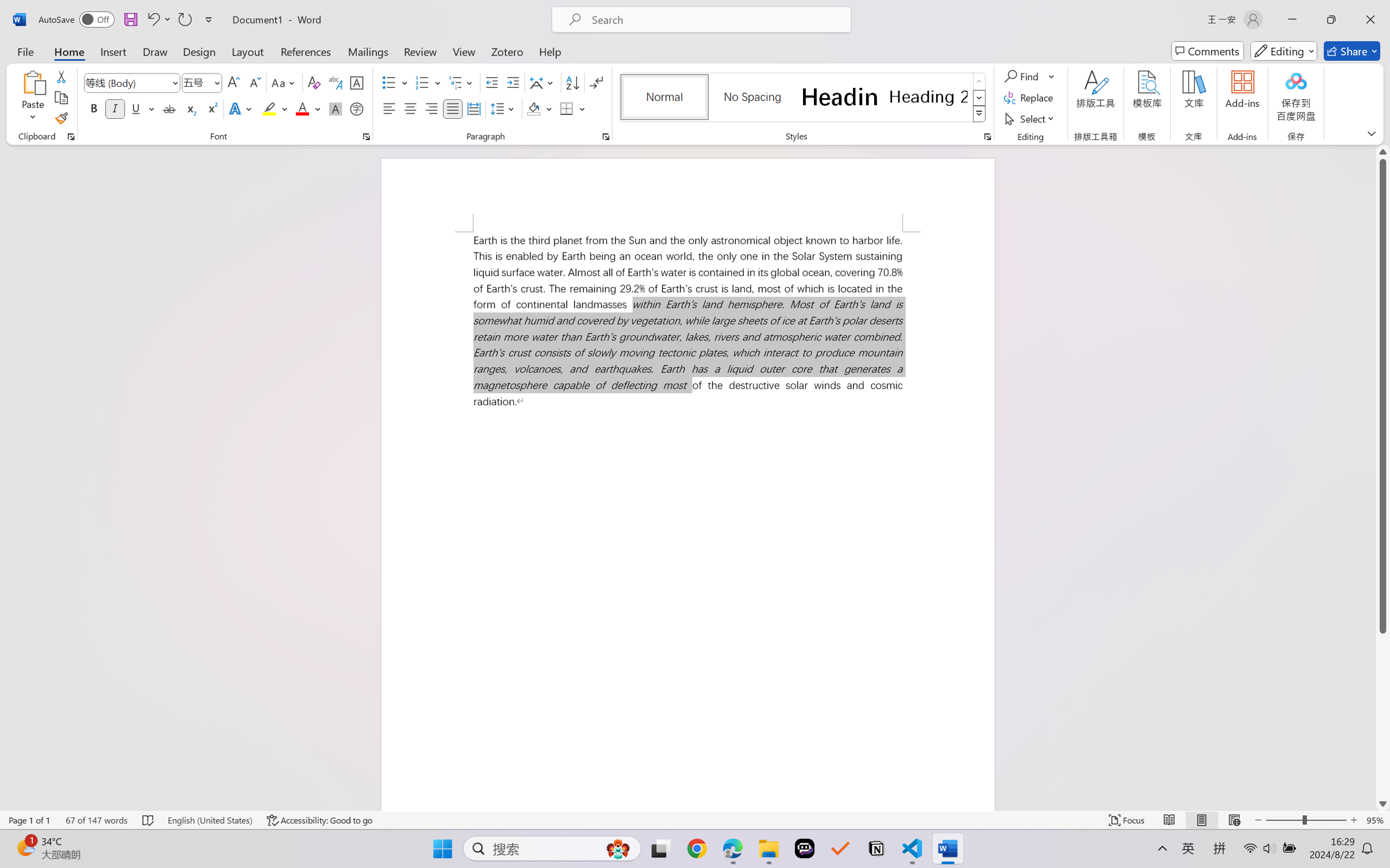  Describe the element at coordinates (410, 108) in the screenshot. I see `'Center'` at that location.